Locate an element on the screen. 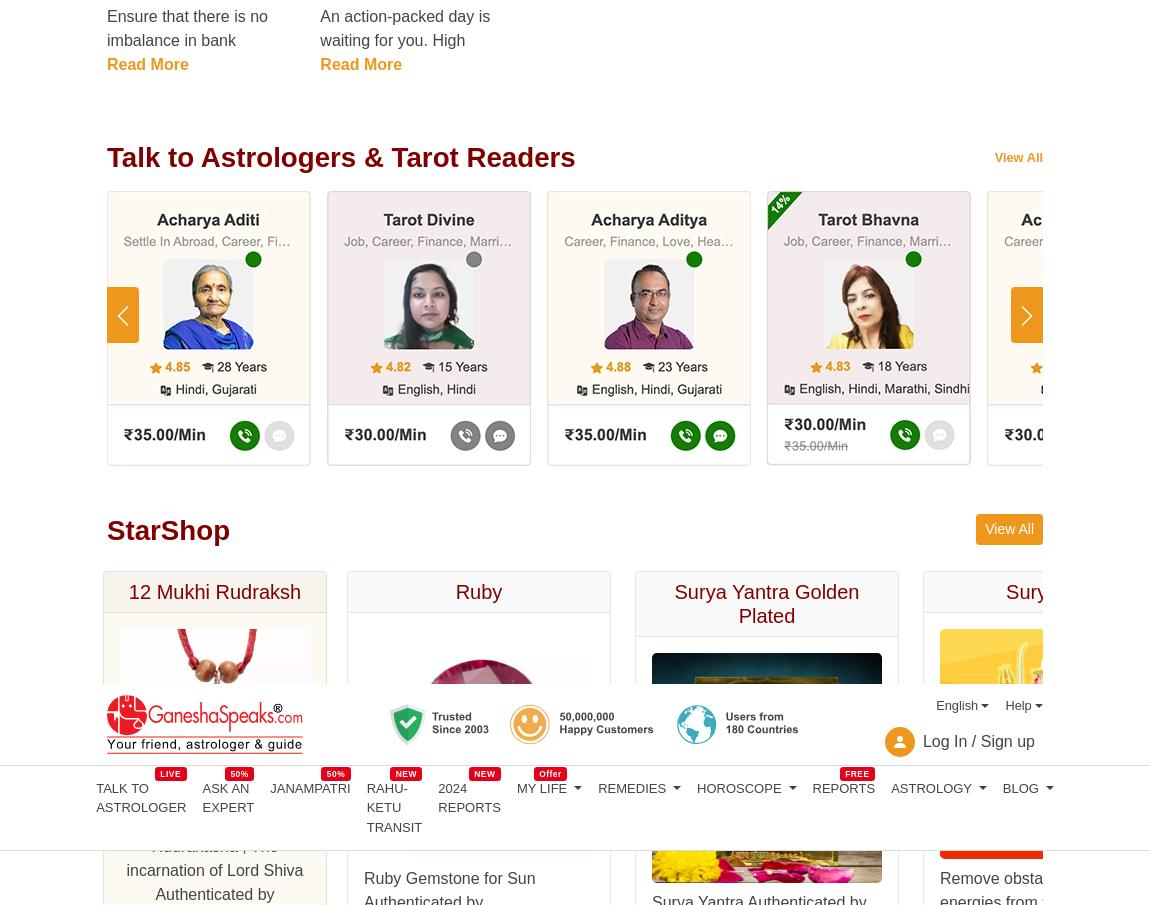 The width and height of the screenshot is (1150, 905). 'Politics' is located at coordinates (237, 18).